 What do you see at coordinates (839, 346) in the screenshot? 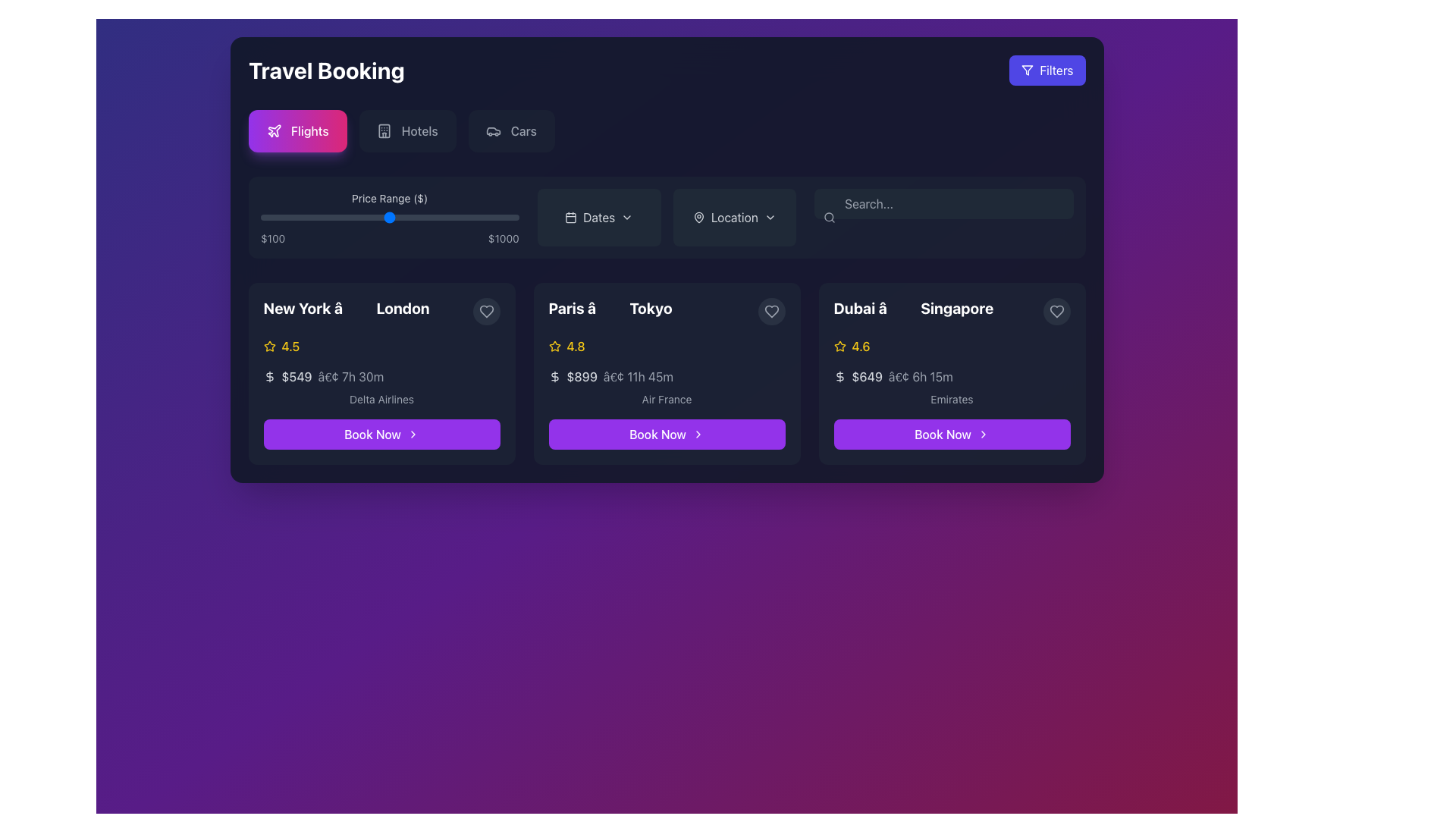
I see `the rating icon located in the third trip card from the left for the Dubai to Singapore route, positioned to the left of the '4.6' rating text` at bounding box center [839, 346].